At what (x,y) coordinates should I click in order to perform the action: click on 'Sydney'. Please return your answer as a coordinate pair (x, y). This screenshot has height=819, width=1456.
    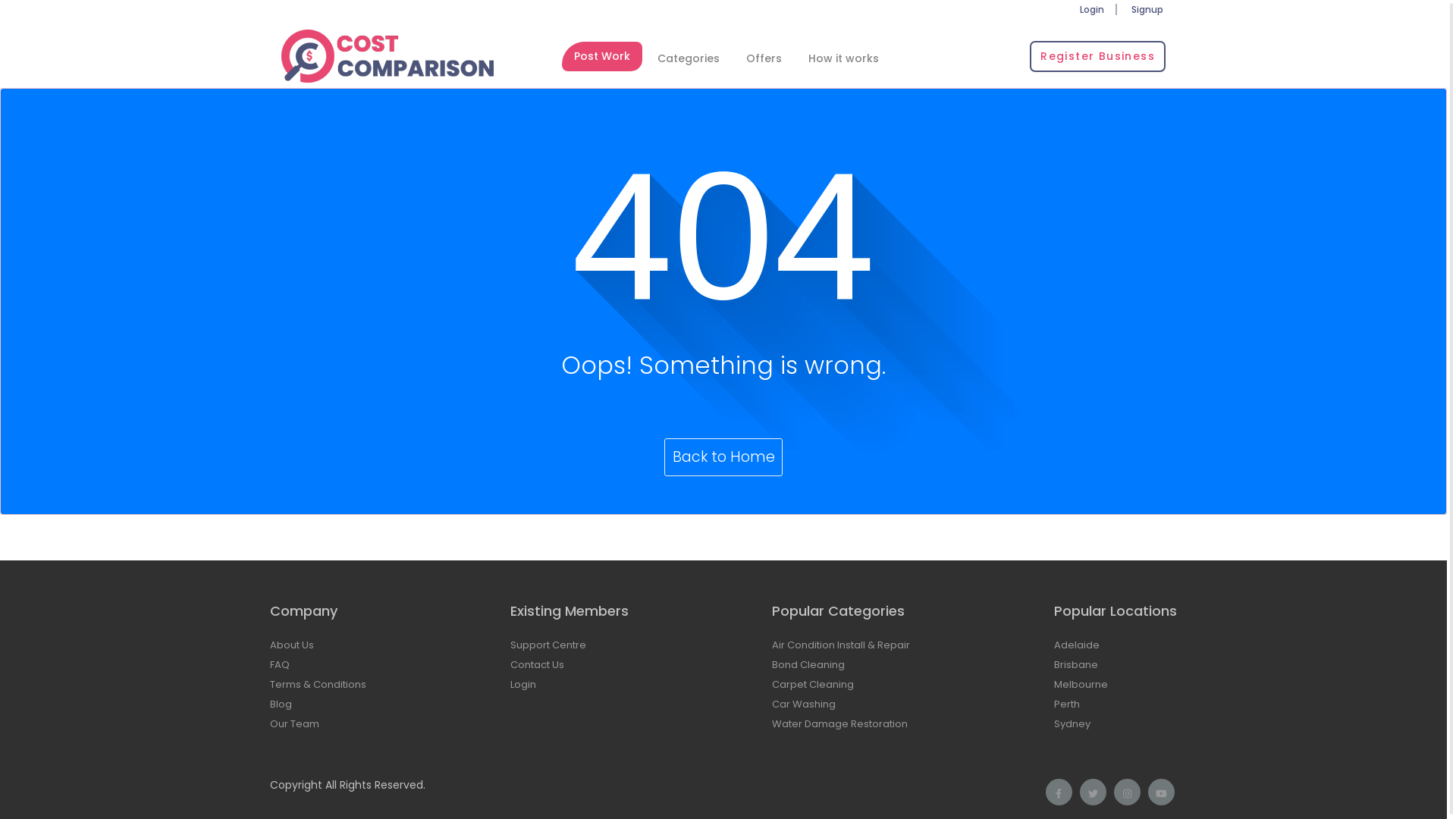
    Looking at the image, I should click on (1053, 723).